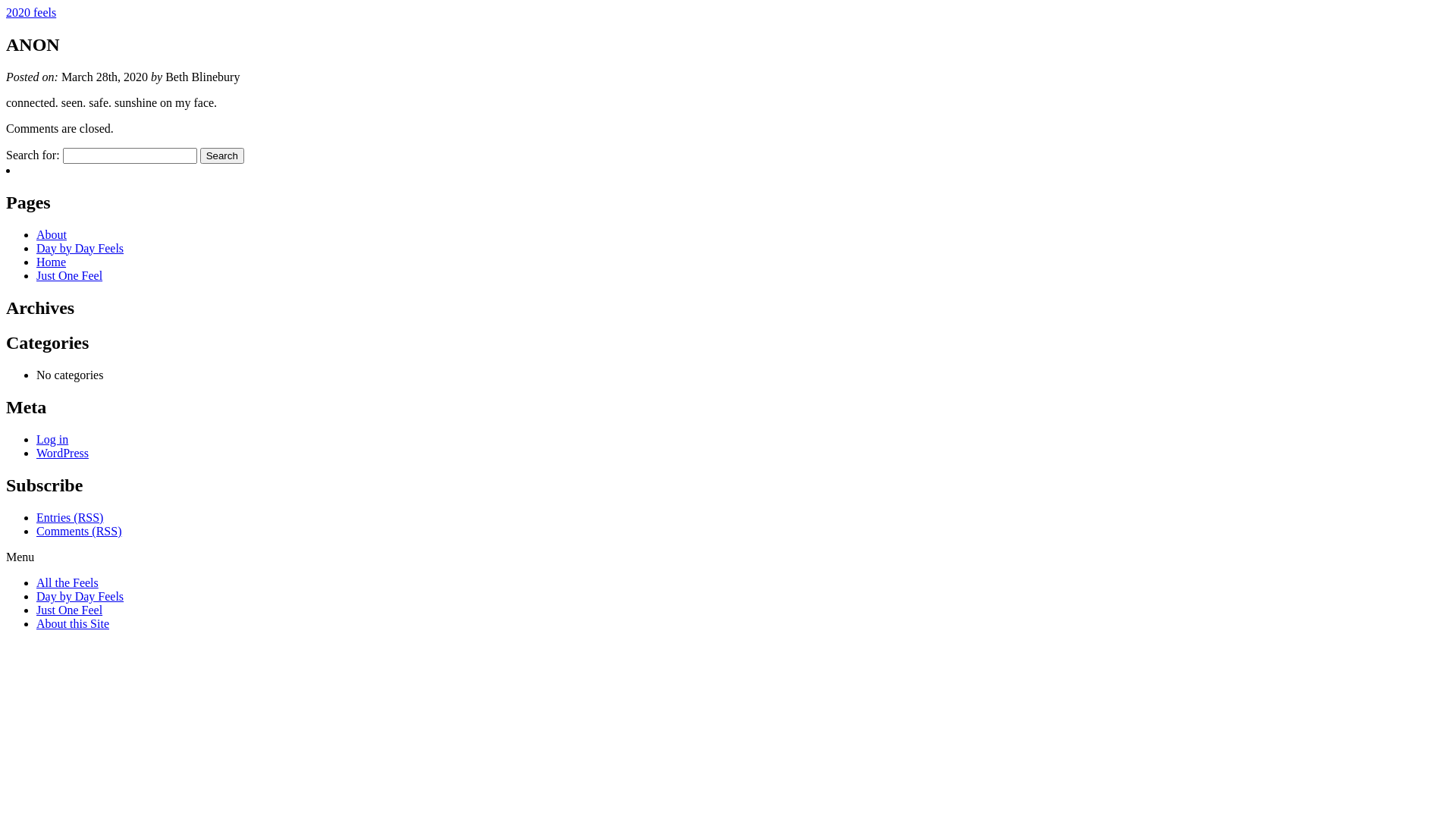  Describe the element at coordinates (78, 530) in the screenshot. I see `'Comments (RSS)'` at that location.